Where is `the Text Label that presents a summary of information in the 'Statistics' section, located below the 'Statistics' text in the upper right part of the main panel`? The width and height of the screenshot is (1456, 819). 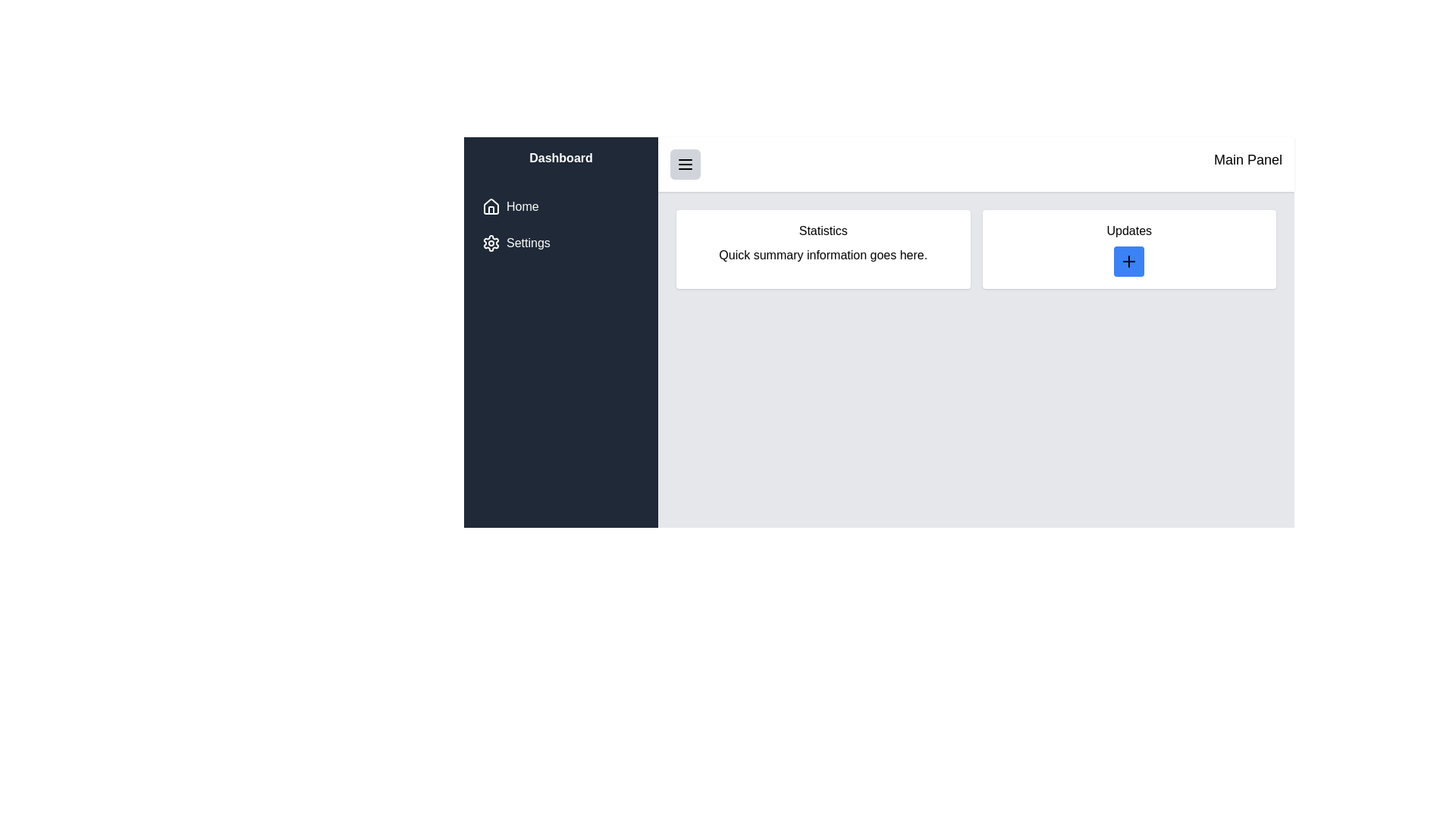 the Text Label that presents a summary of information in the 'Statistics' section, located below the 'Statistics' text in the upper right part of the main panel is located at coordinates (822, 254).